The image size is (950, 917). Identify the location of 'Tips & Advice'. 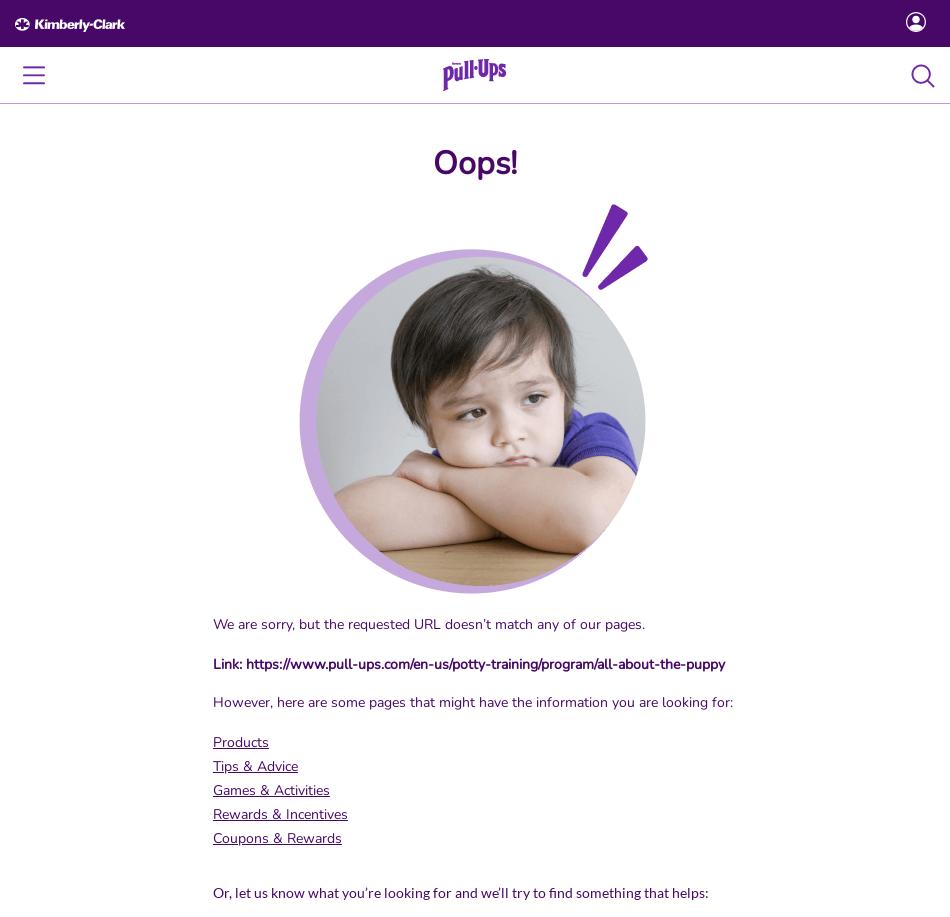
(253, 765).